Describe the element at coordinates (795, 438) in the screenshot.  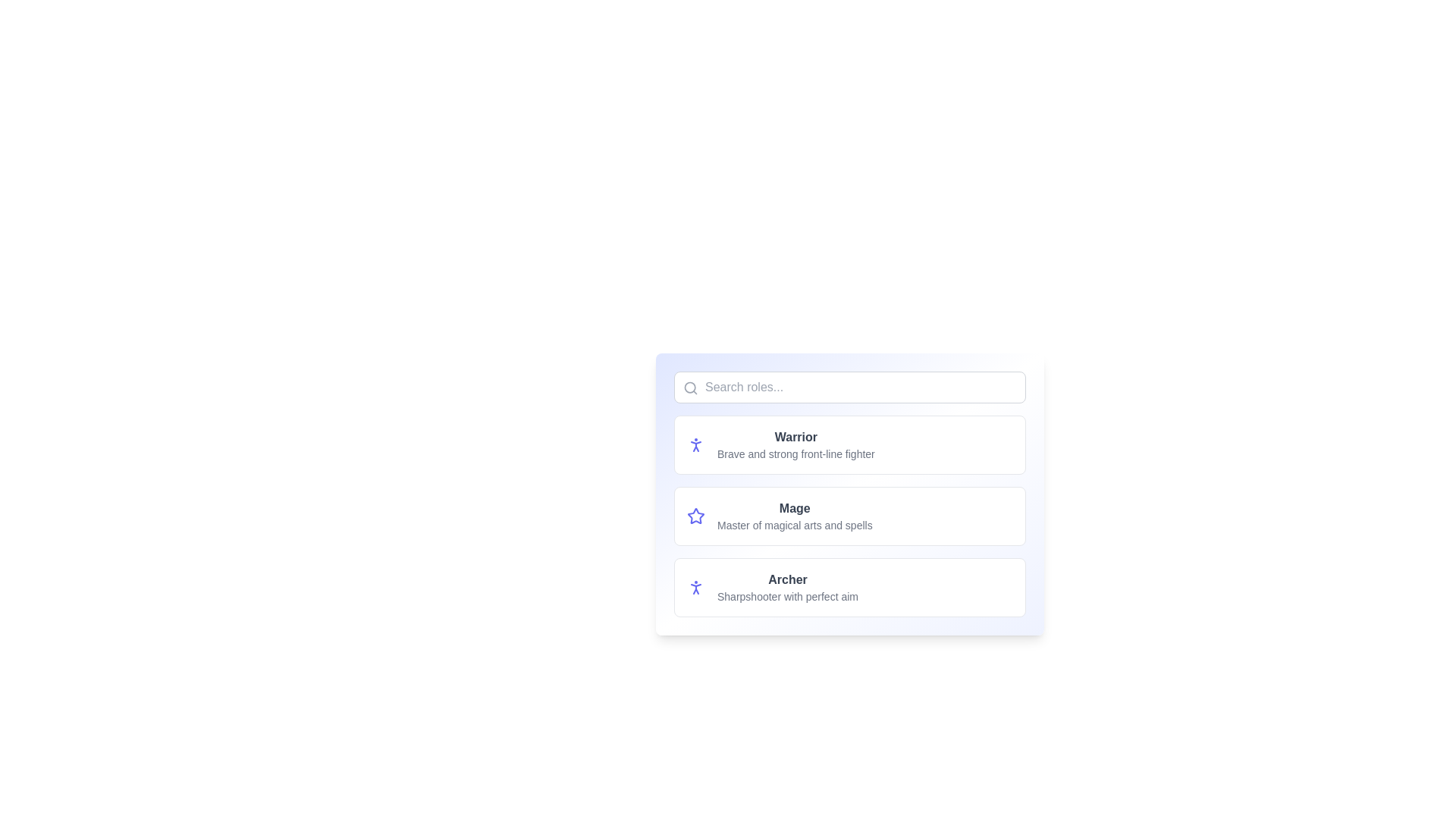
I see `the 'Warrior' role title text label in the vertically-arranged list, which identifies the role in the menu` at that location.